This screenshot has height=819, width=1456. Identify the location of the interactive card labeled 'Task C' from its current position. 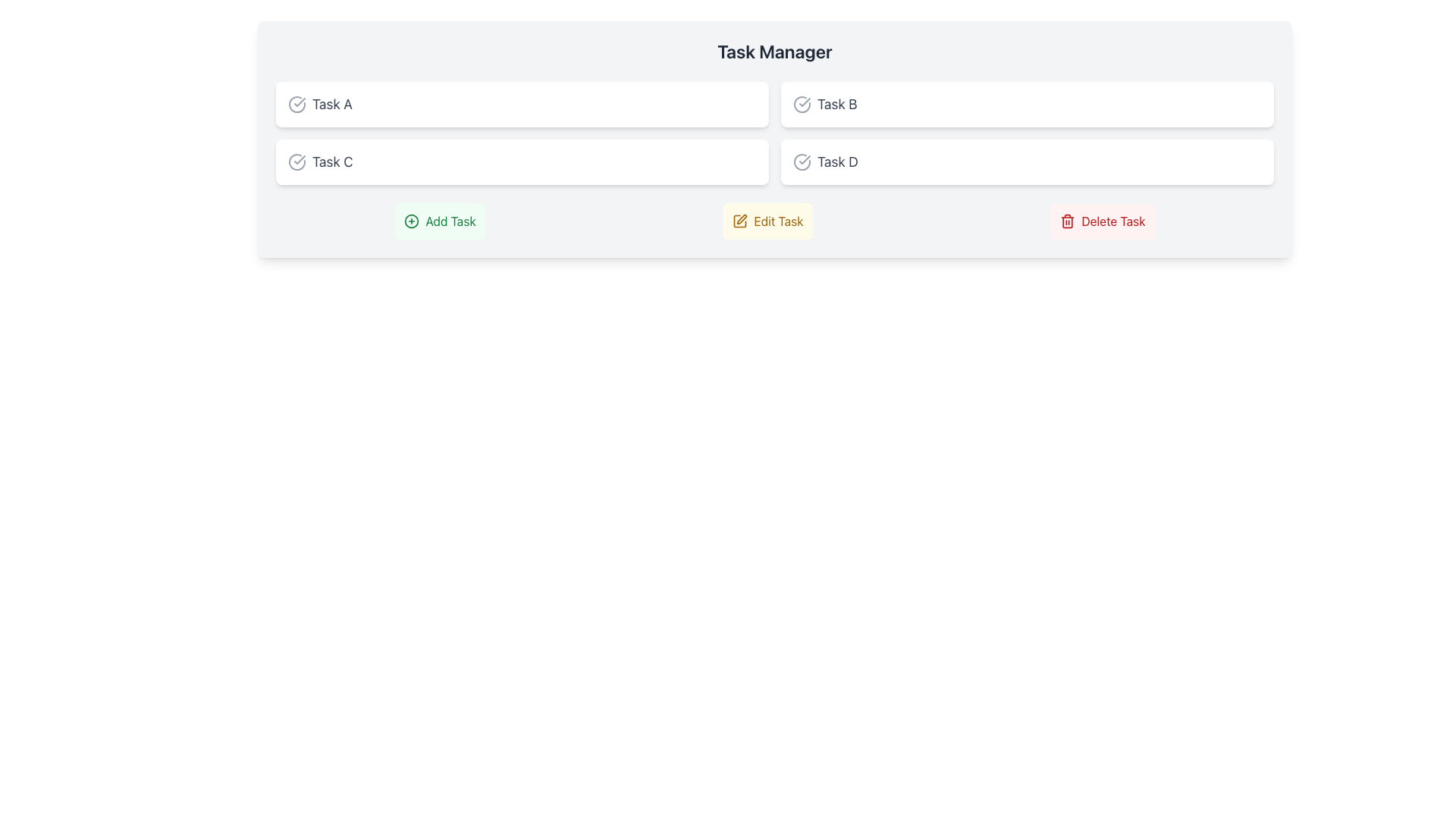
(522, 162).